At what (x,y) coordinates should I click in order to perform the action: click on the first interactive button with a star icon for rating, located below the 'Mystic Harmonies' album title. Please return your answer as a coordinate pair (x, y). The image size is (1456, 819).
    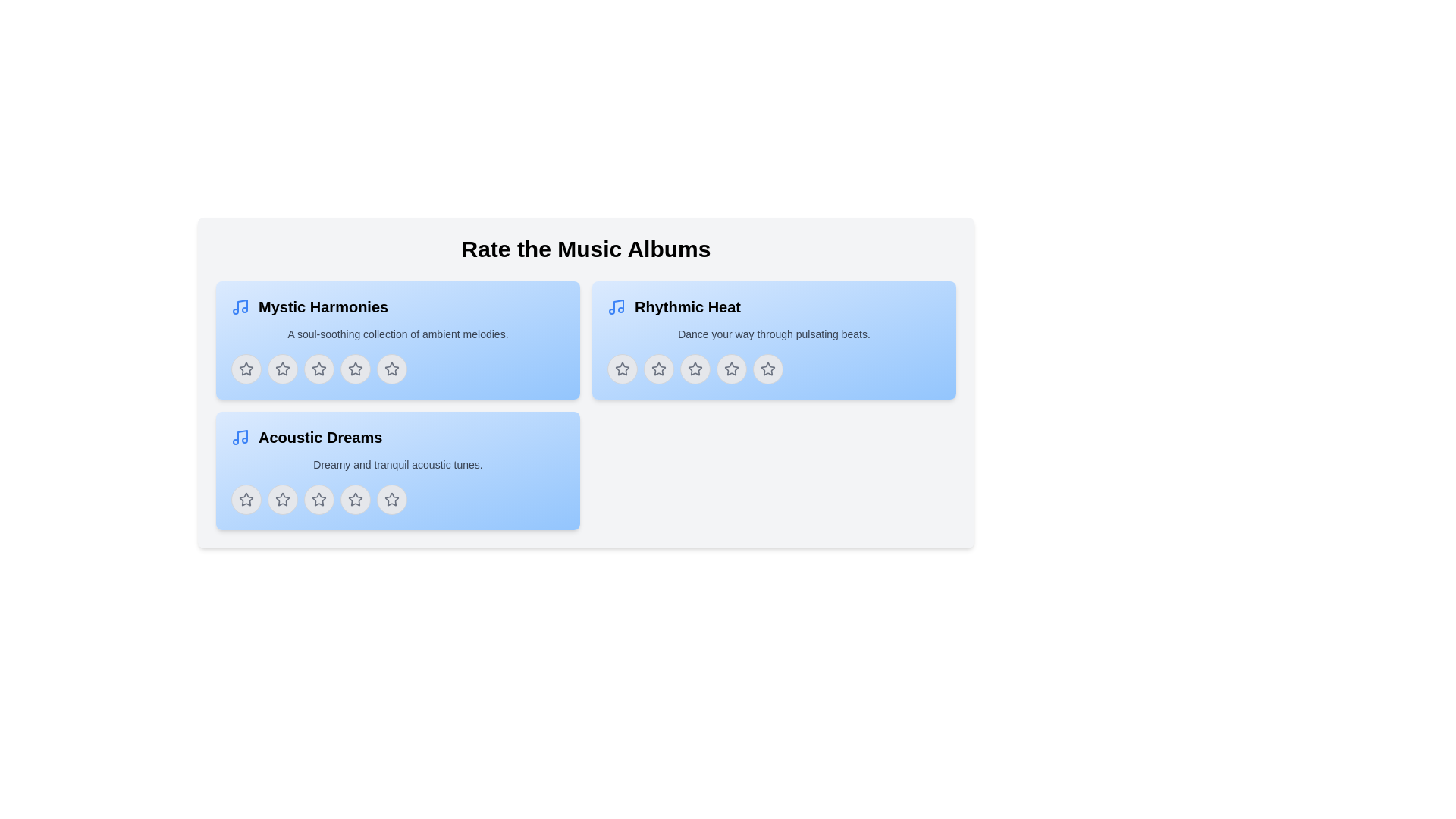
    Looking at the image, I should click on (246, 369).